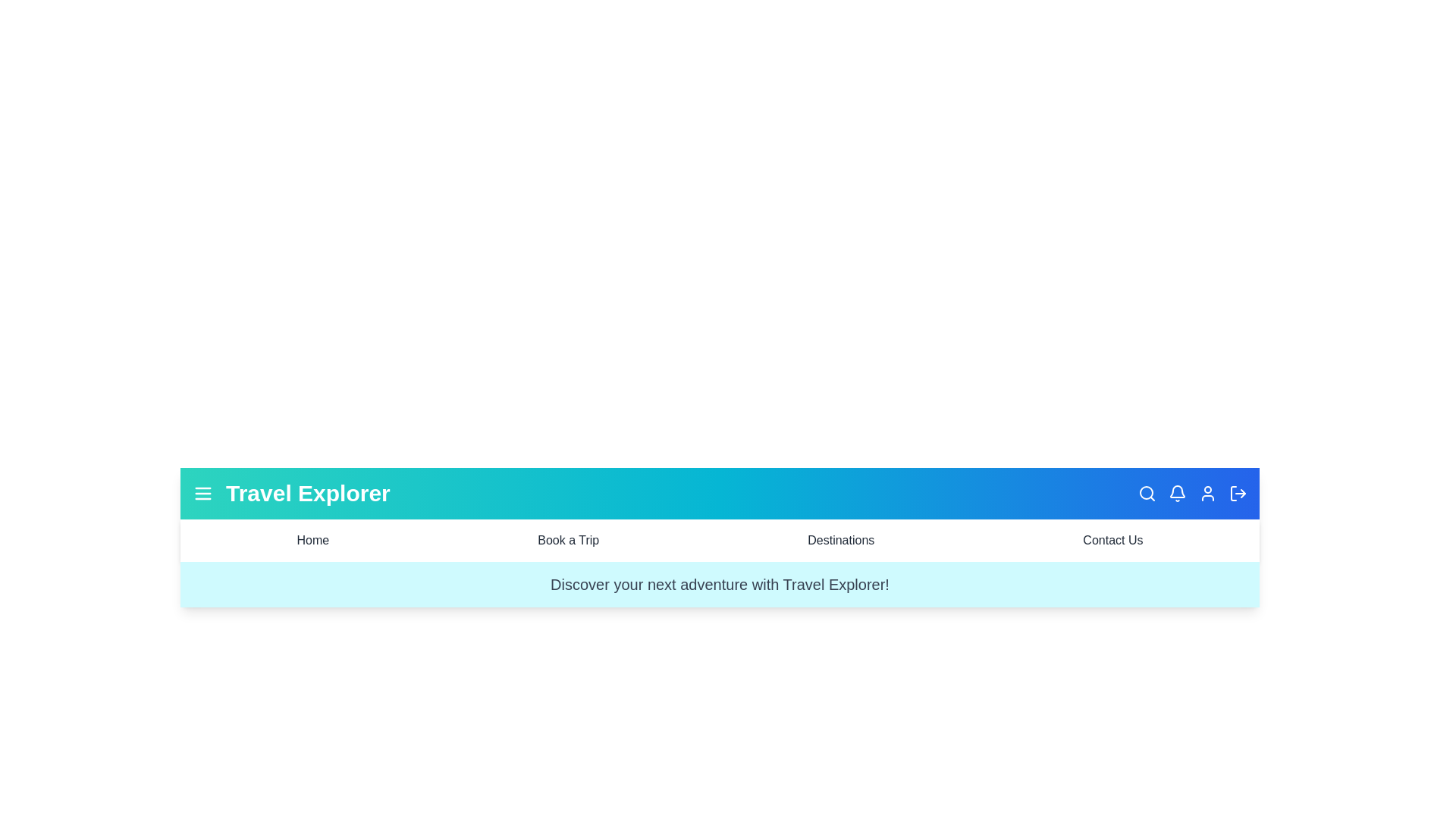 This screenshot has width=1456, height=819. I want to click on the navigation link labeled Home, so click(312, 540).